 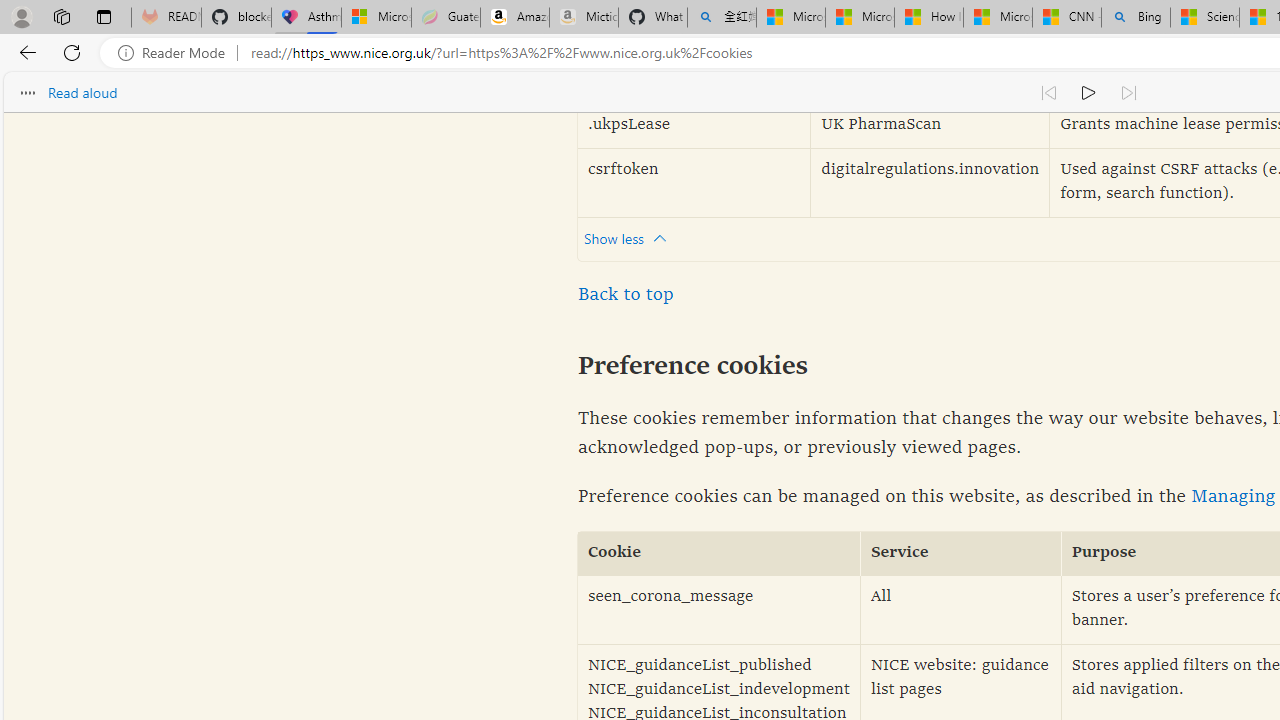 What do you see at coordinates (719, 609) in the screenshot?
I see `'seen_corona_message'` at bounding box center [719, 609].